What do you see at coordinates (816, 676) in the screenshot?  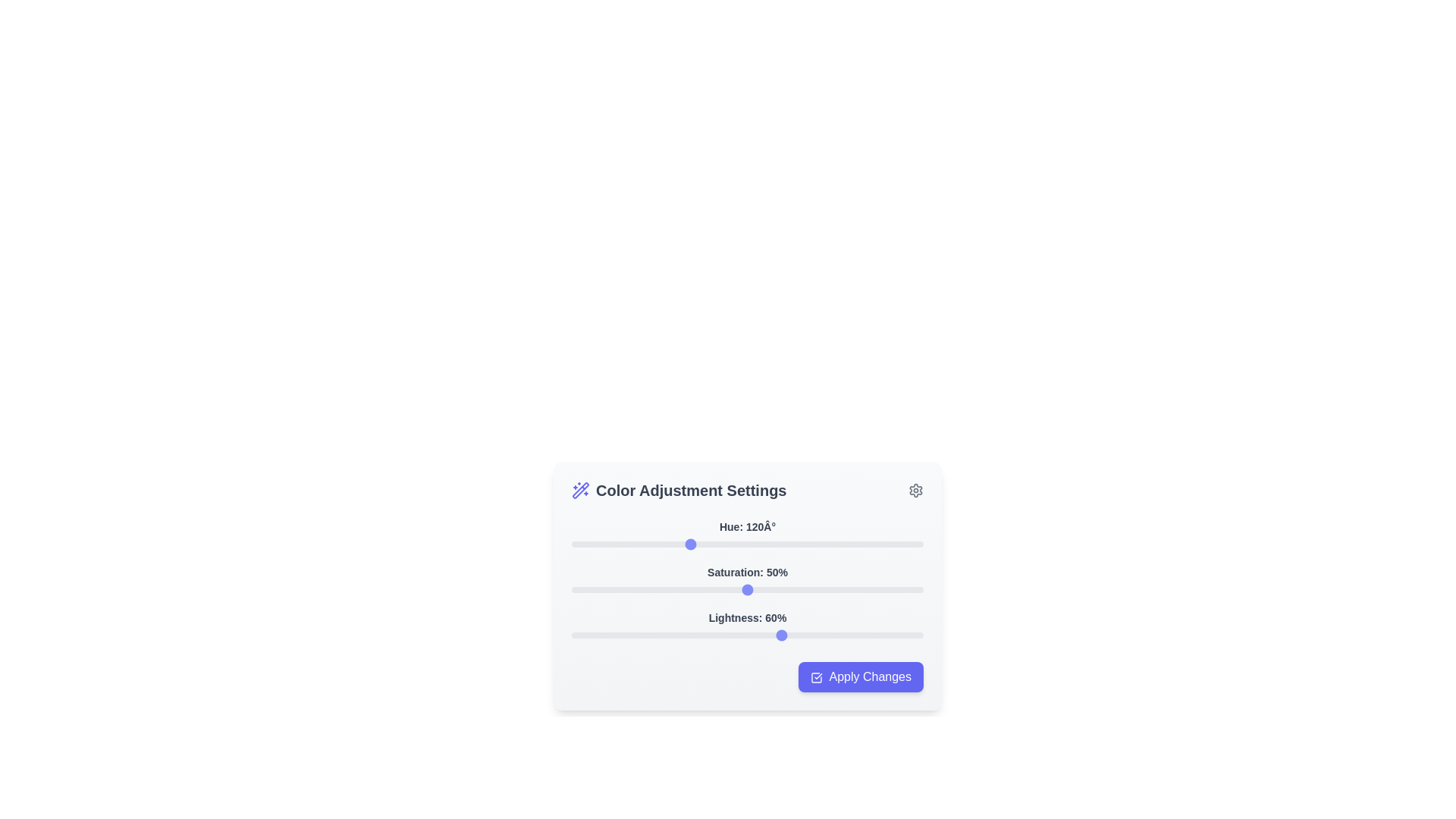 I see `the 'Apply Changes' icon located in the bottom-right corner of the 'Color Adjustment Settings' panel` at bounding box center [816, 676].